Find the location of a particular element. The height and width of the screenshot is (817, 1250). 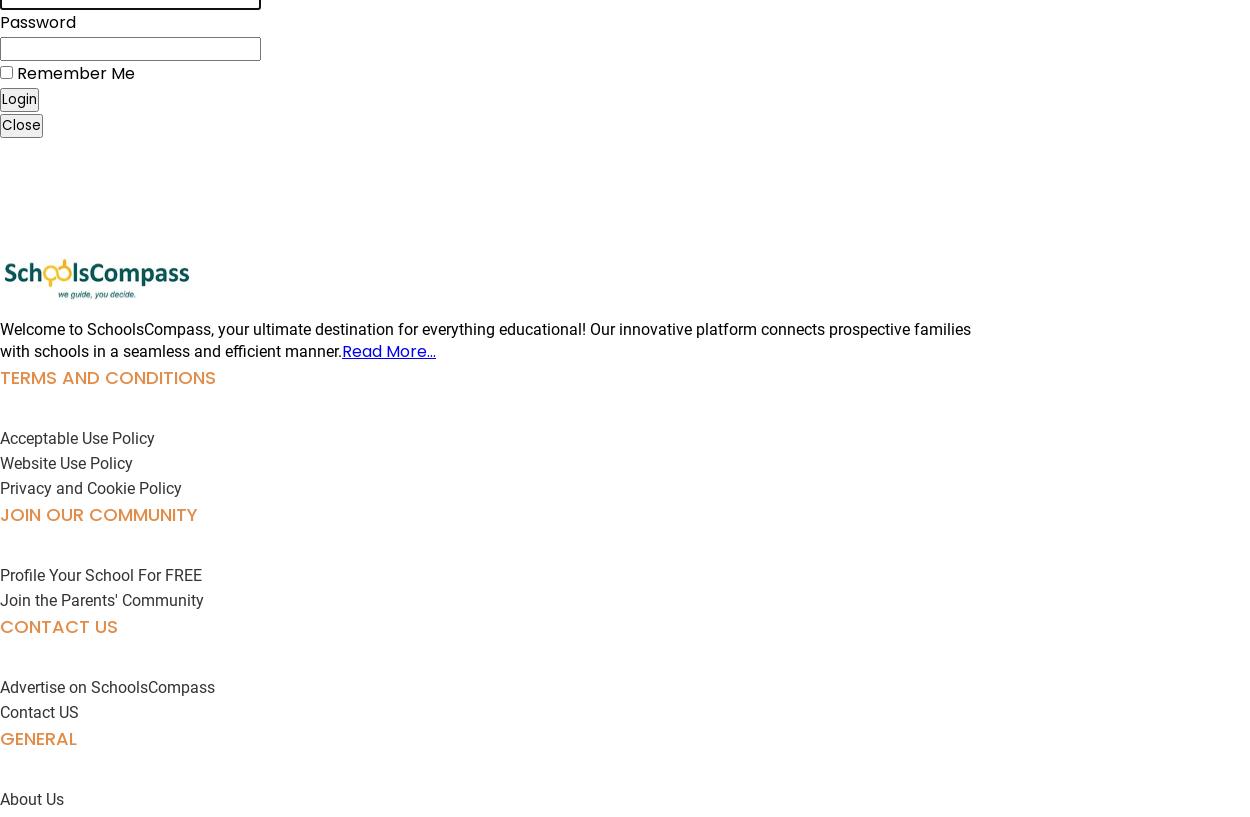

'Advertise on SchoolsCompass' is located at coordinates (106, 686).